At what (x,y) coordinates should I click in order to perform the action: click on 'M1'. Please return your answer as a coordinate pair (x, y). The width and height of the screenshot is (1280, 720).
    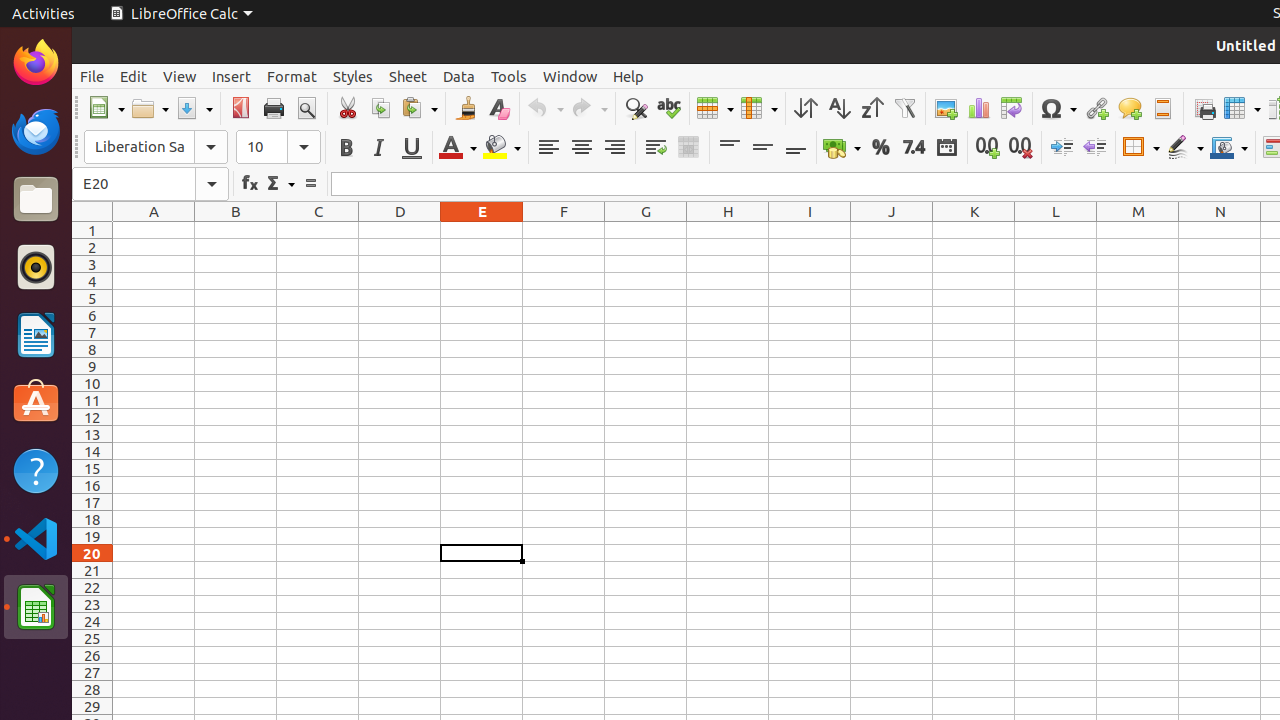
    Looking at the image, I should click on (1138, 229).